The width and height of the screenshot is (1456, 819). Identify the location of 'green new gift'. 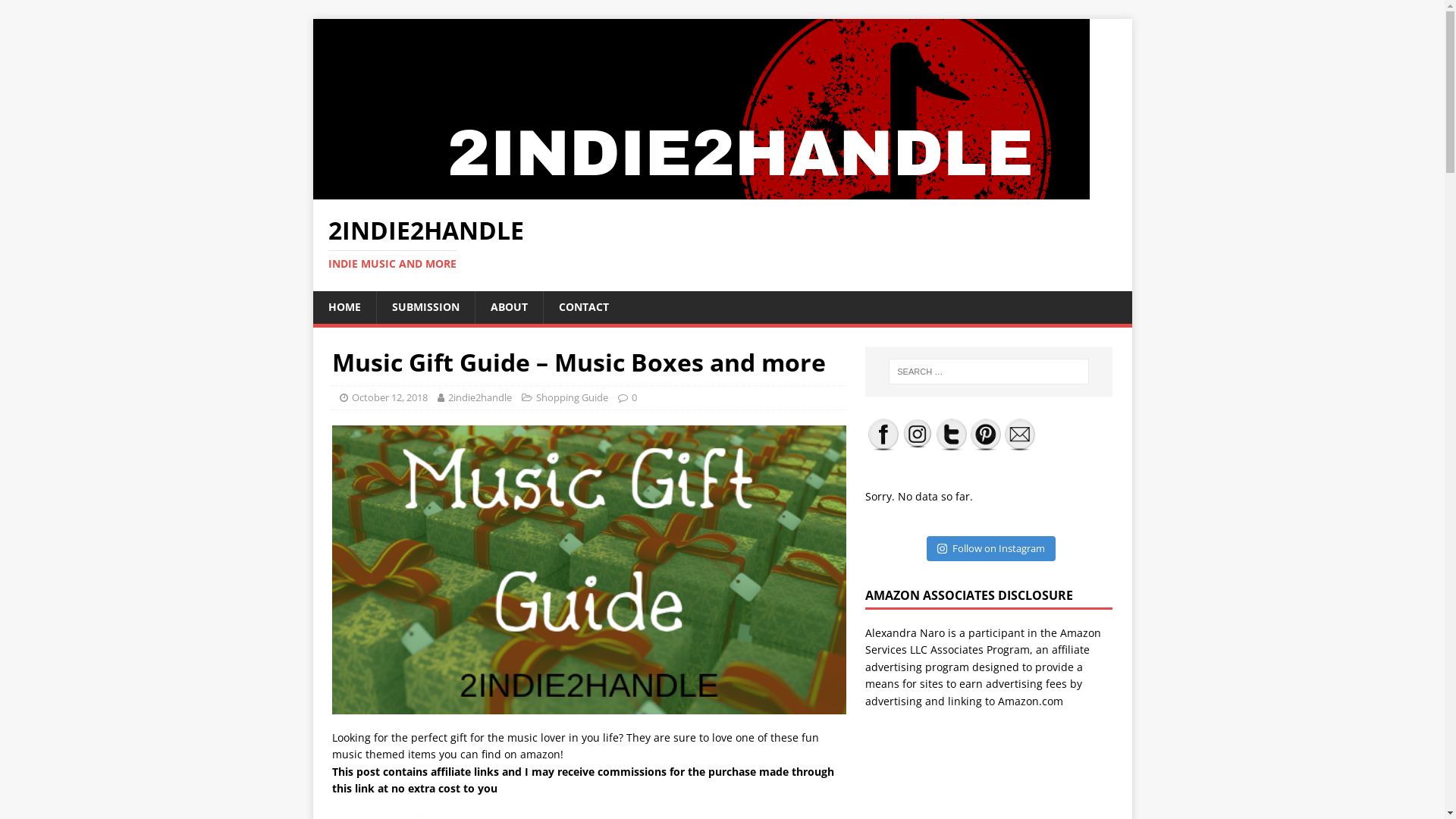
(331, 570).